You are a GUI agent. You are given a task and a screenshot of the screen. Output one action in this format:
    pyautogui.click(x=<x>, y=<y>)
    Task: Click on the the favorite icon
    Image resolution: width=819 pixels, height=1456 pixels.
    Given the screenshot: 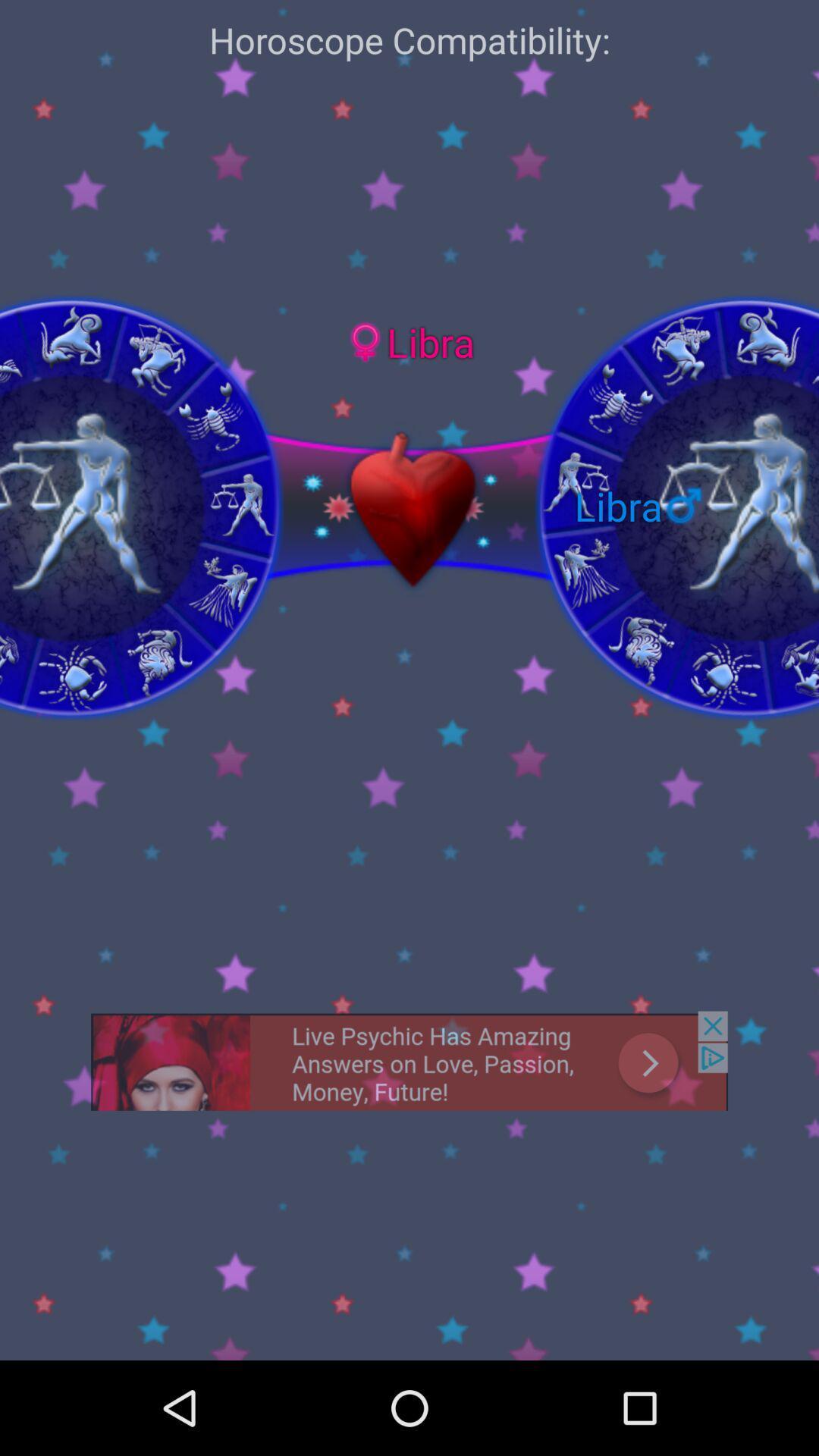 What is the action you would take?
    pyautogui.click(x=408, y=543)
    